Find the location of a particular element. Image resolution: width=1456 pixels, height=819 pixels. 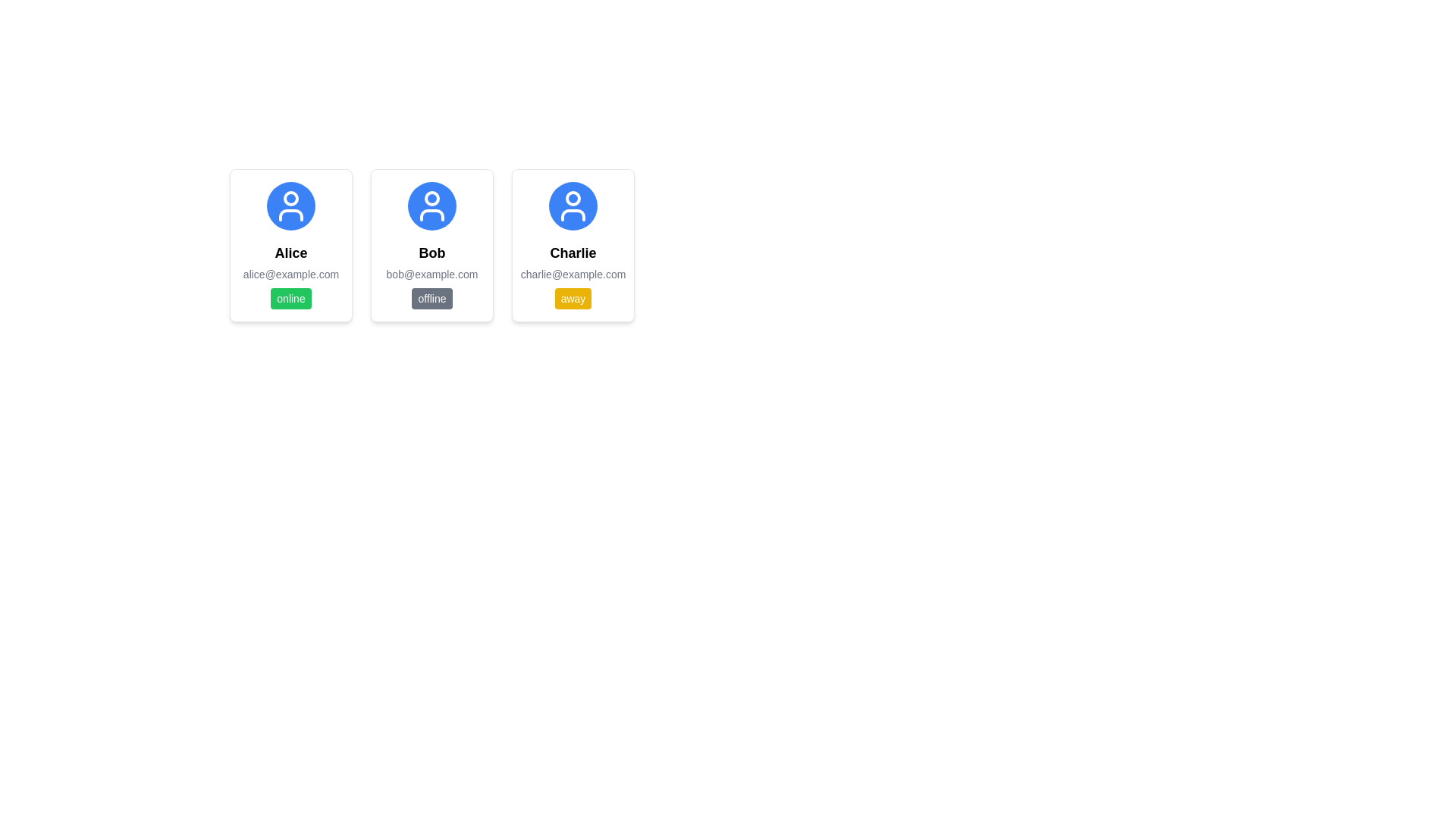

the upper circular region of the avatar icon representing 'Charlie' in the third card of the horizontal list is located at coordinates (572, 198).